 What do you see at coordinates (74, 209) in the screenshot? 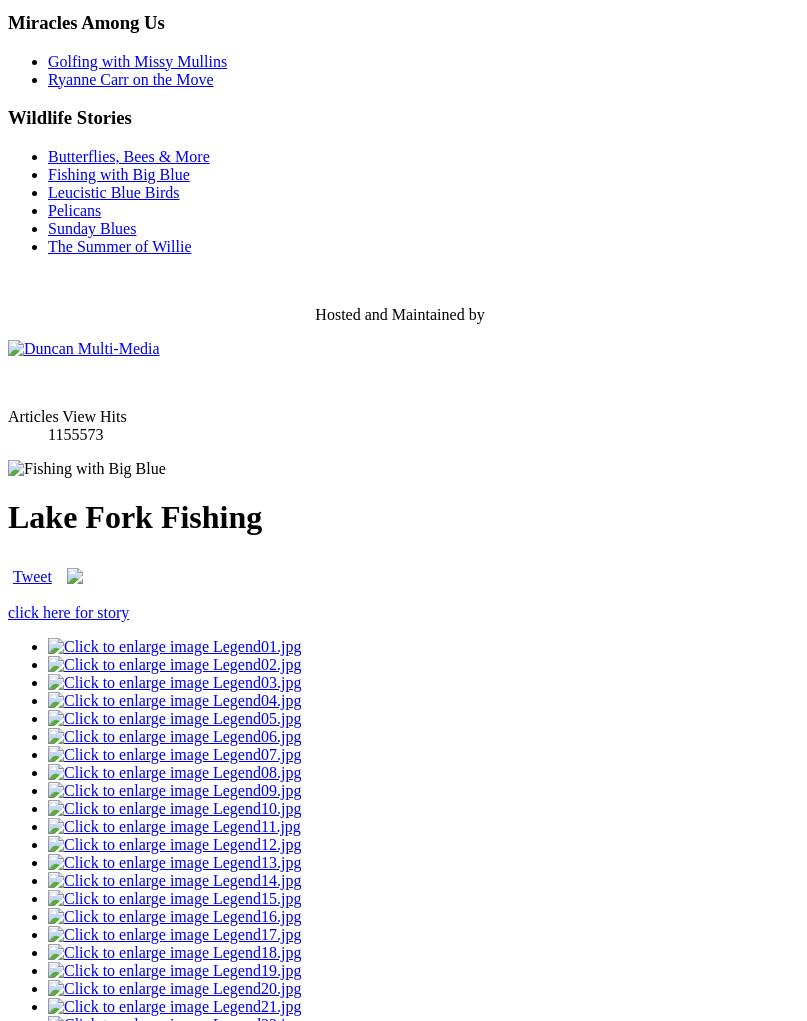
I see `'Pelicans'` at bounding box center [74, 209].